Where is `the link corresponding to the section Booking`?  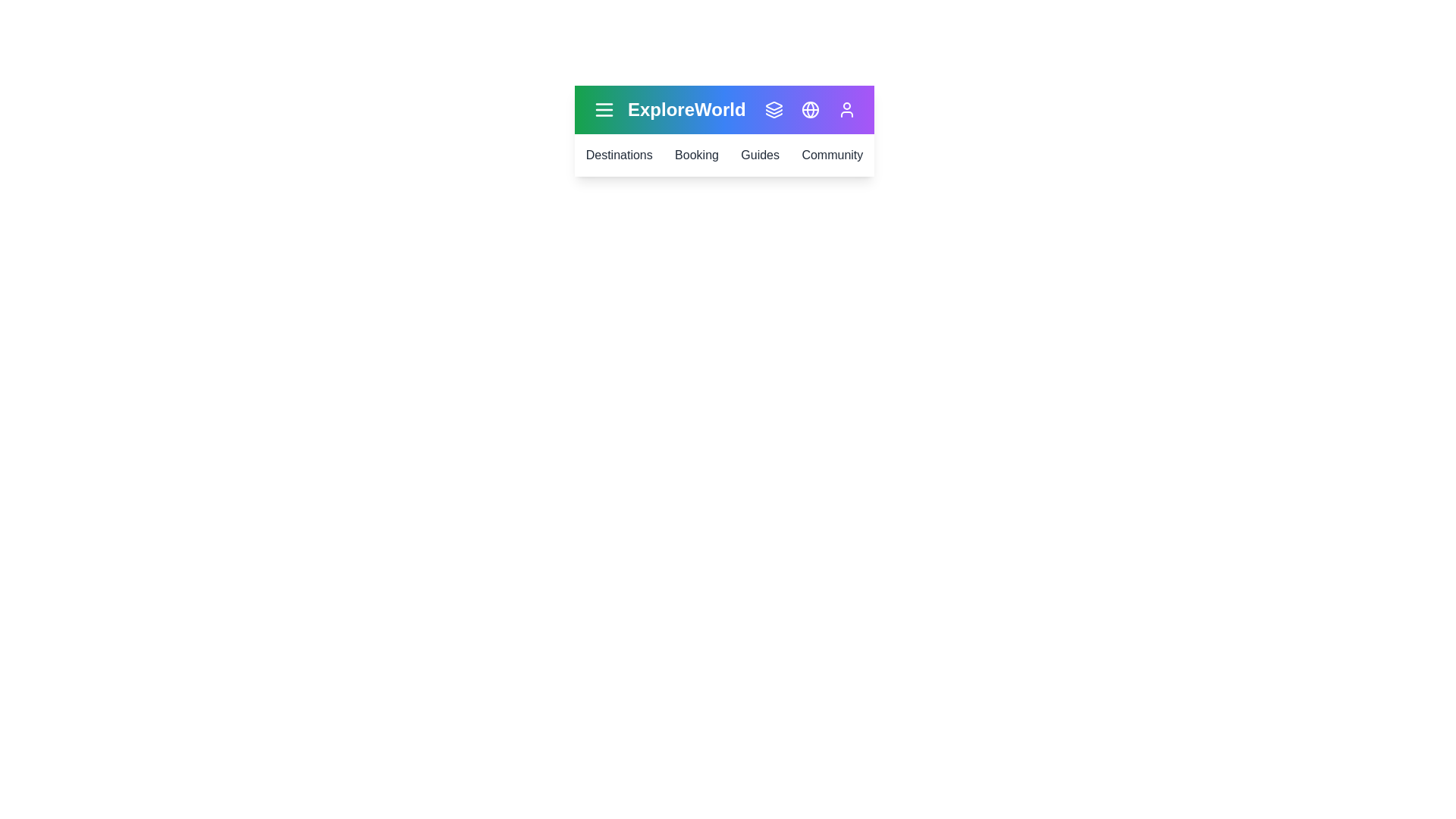
the link corresponding to the section Booking is located at coordinates (696, 155).